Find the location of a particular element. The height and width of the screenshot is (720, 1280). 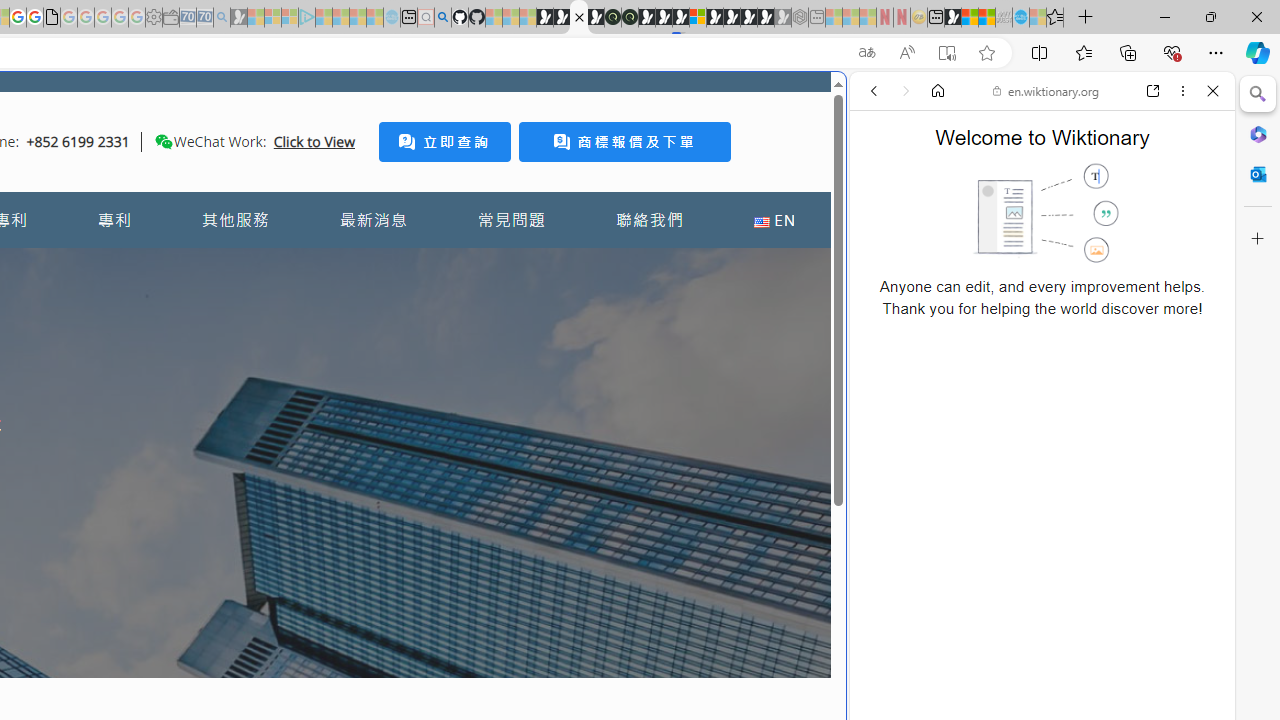

'Services - Maintenance | Sky Blue Bikes - Sky Blue Bikes' is located at coordinates (1020, 17).